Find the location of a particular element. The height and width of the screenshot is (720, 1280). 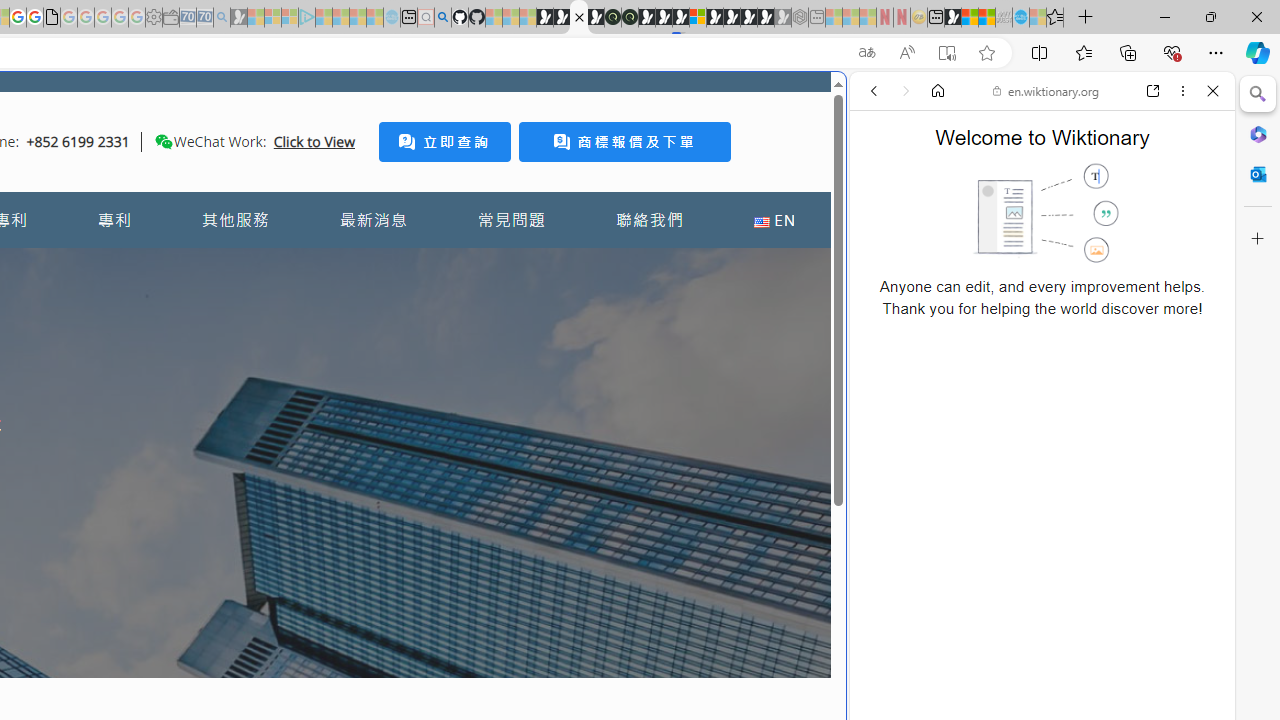

'Services - Maintenance | Sky Blue Bikes - Sky Blue Bikes' is located at coordinates (1020, 17).